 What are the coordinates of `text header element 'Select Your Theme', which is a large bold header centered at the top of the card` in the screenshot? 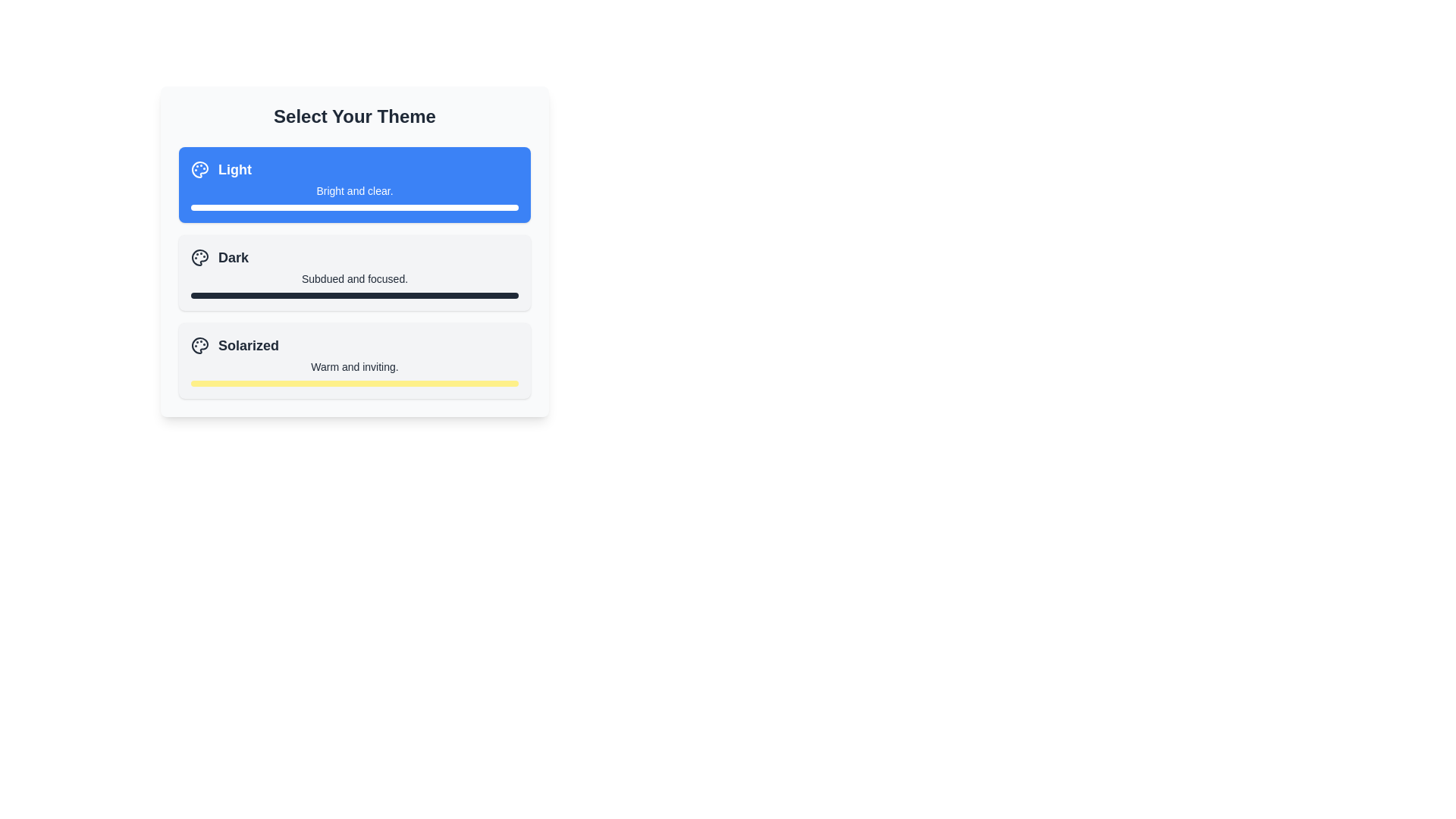 It's located at (353, 116).